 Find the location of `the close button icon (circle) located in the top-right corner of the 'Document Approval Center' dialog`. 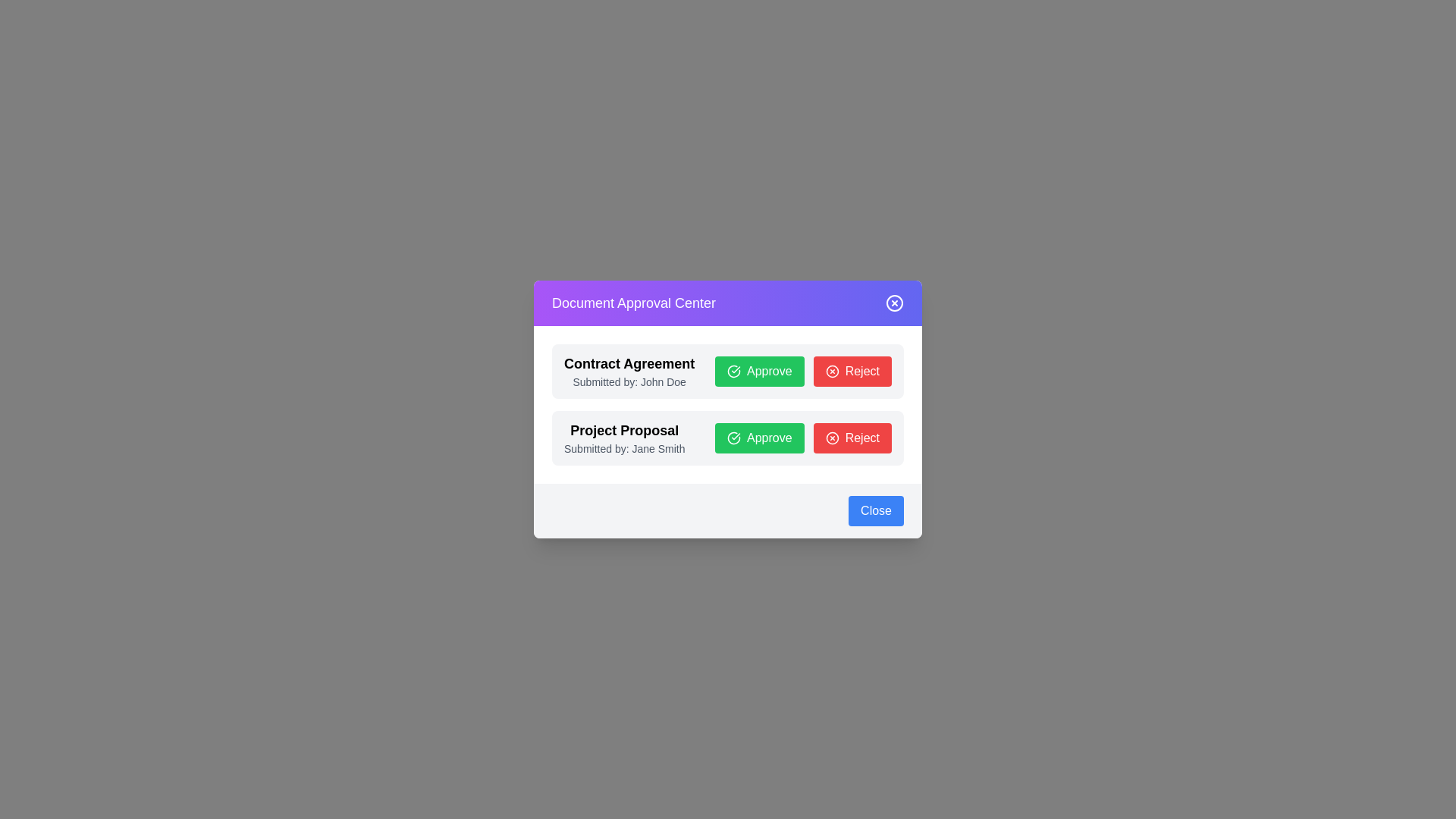

the close button icon (circle) located in the top-right corner of the 'Document Approval Center' dialog is located at coordinates (831, 371).